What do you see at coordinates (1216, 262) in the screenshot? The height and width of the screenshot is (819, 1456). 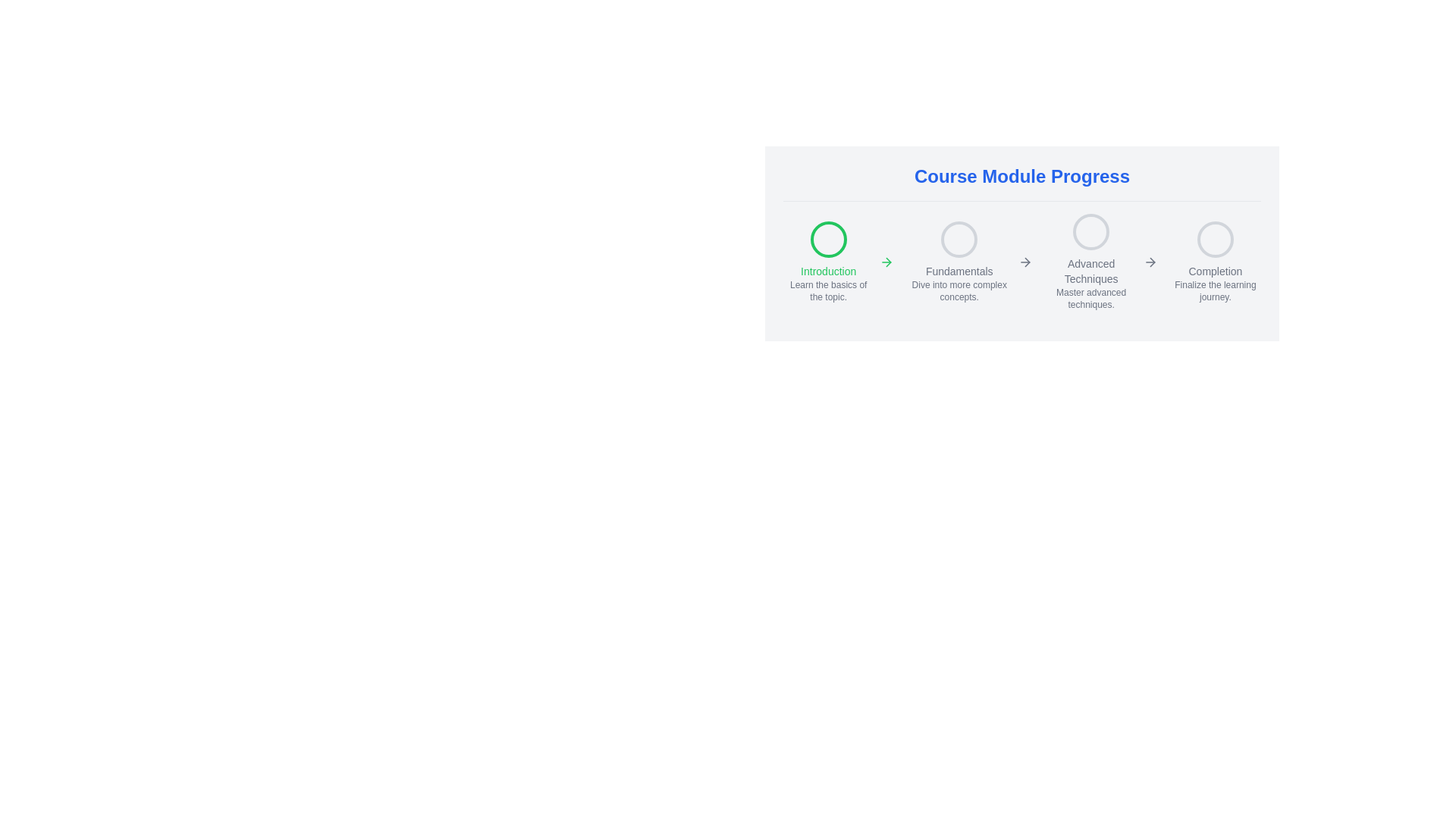 I see `the circular icon representing the final step in the progression tracker` at bounding box center [1216, 262].